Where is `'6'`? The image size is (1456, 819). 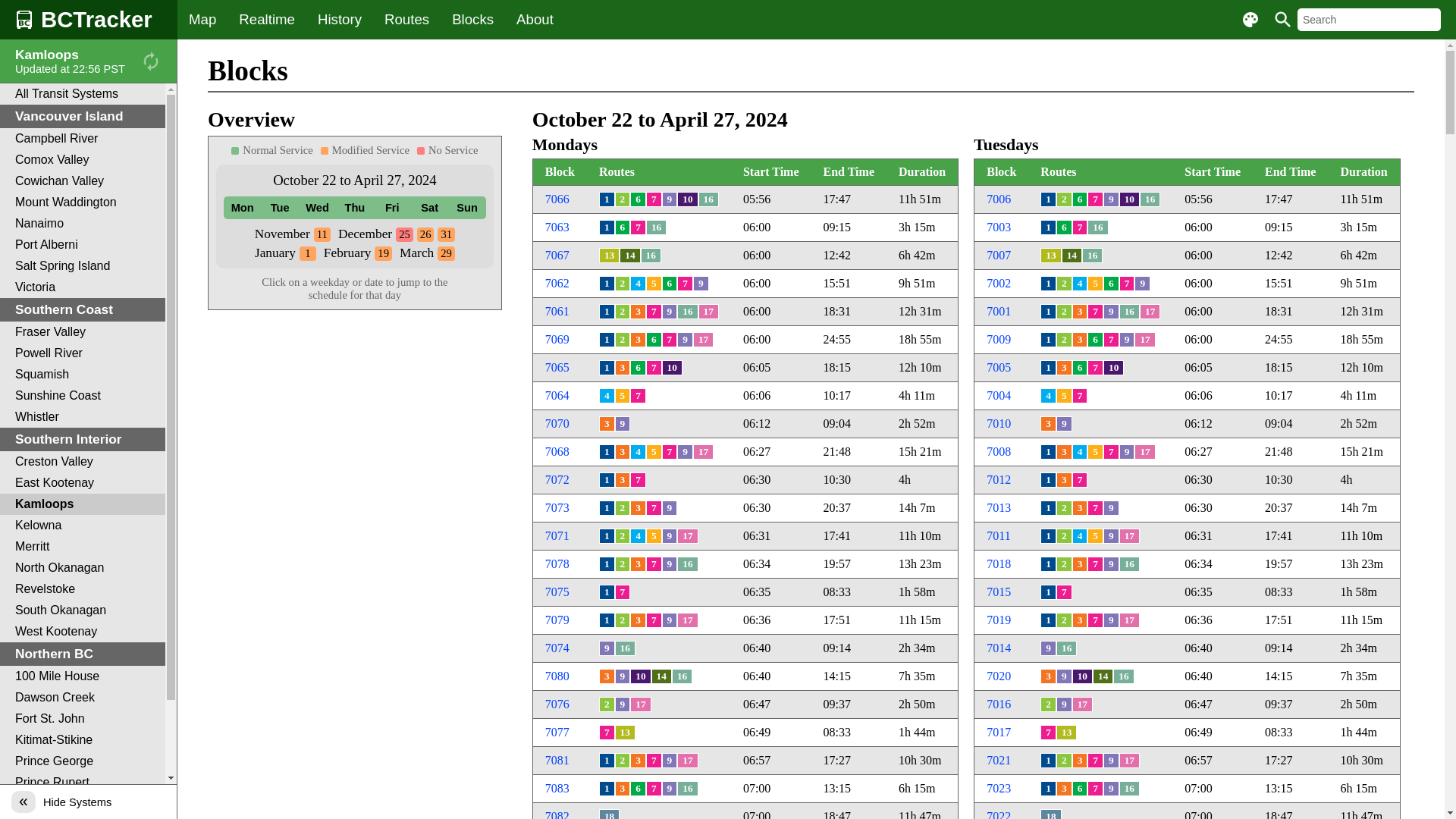
'6' is located at coordinates (1063, 227).